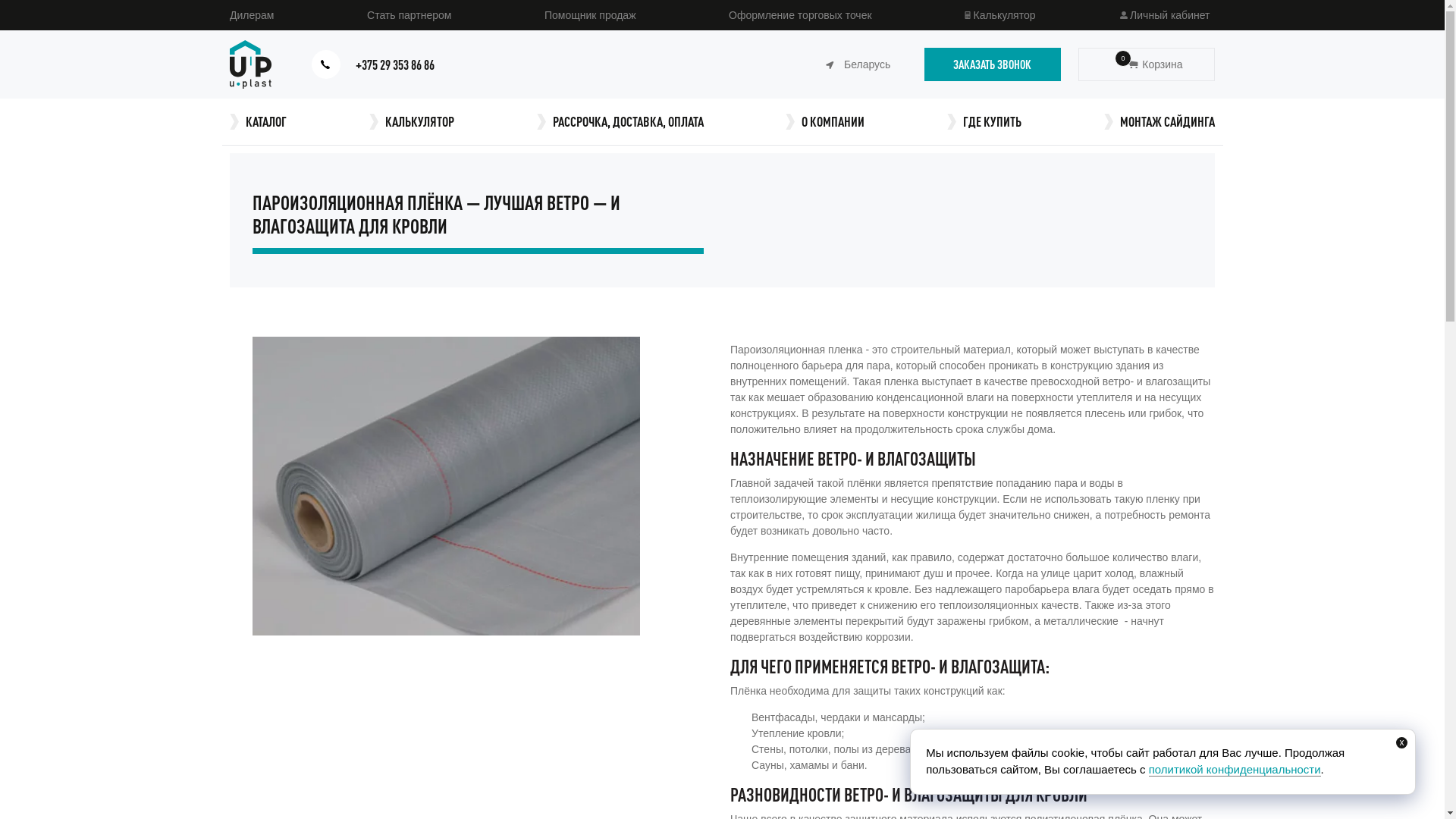 The width and height of the screenshot is (1456, 819). I want to click on 'x', so click(1401, 742).